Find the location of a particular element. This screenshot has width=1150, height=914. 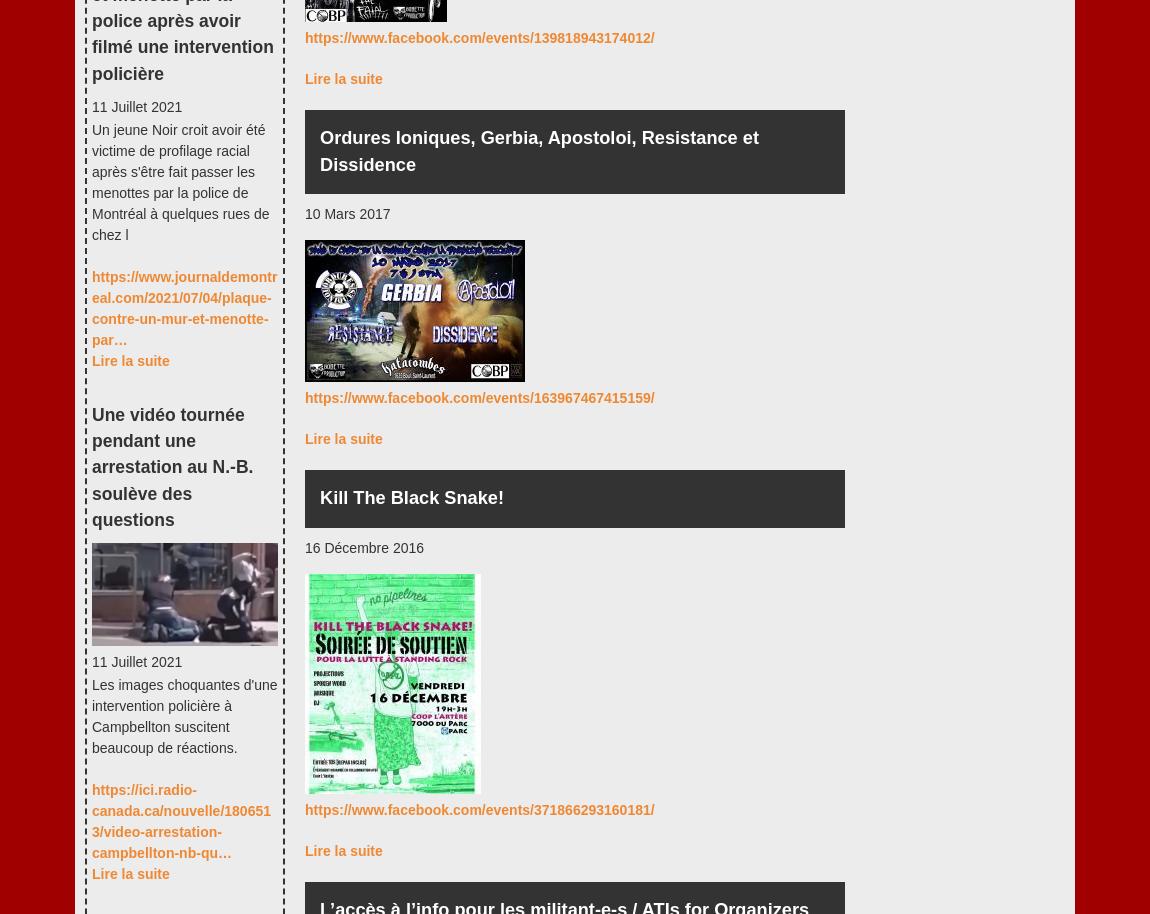

'Un jeune Noir croit avoir été victime de profilage racial après s'être fait passer les menottes par la police de Montréal à quelques rues de chez l' is located at coordinates (91, 180).